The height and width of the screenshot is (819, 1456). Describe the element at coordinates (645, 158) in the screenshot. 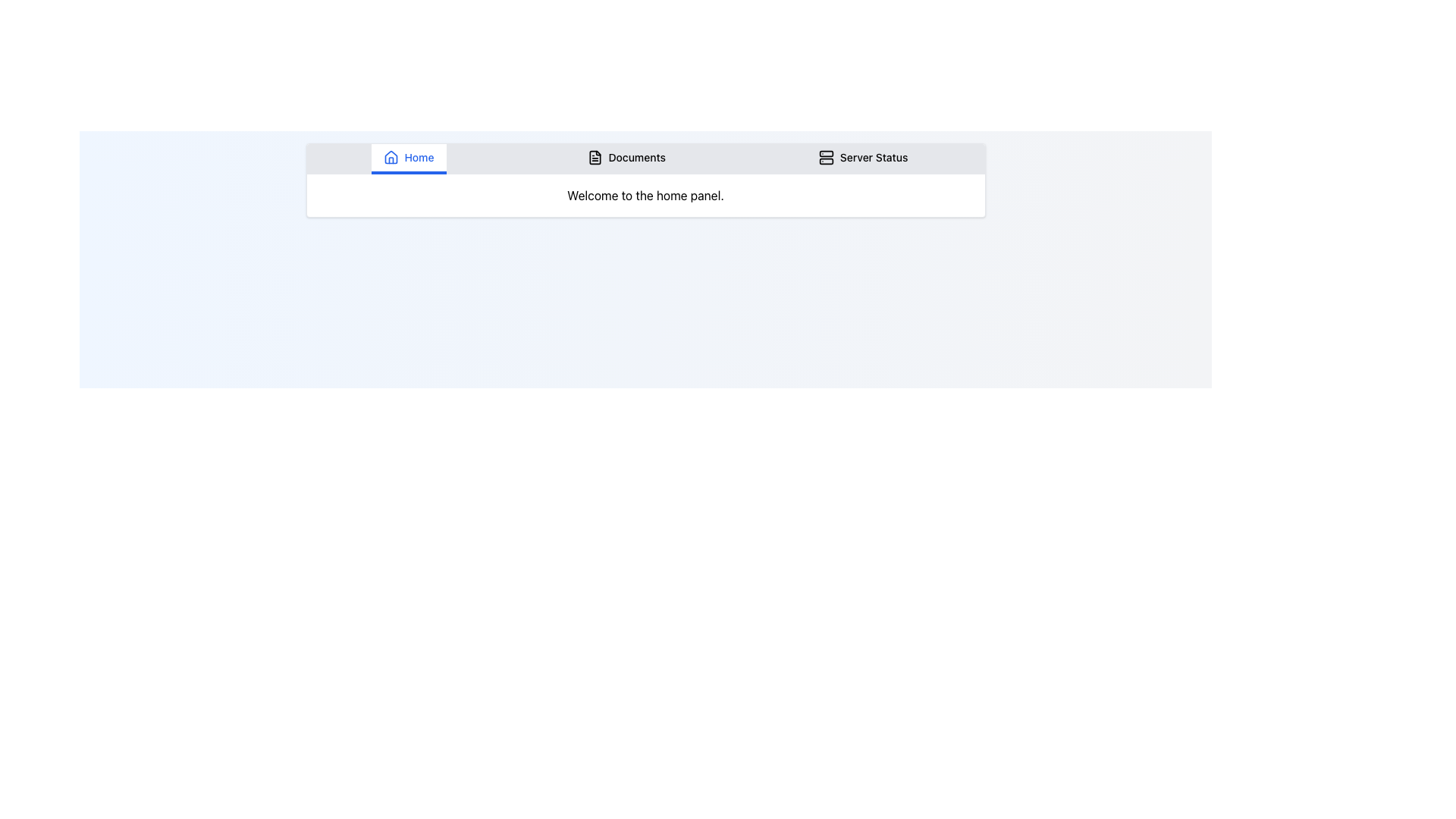

I see `the Tab Navigation Bar element, which features a gray background with rounded corners and contains the 'Home', 'Documents', and 'Server Status' tabs` at that location.